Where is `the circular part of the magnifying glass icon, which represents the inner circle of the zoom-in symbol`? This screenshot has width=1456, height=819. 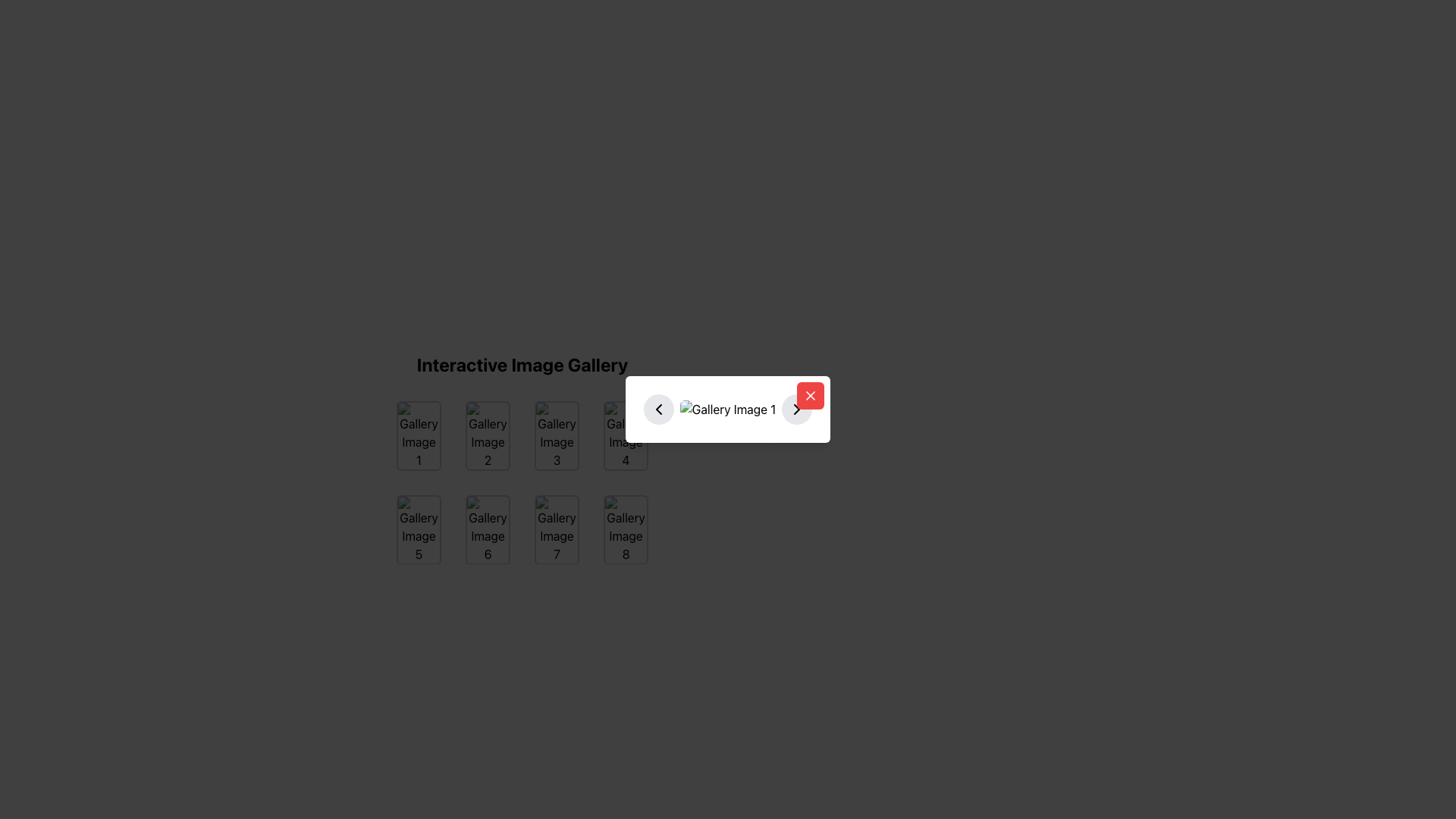 the circular part of the magnifying glass icon, which represents the inner circle of the zoom-in symbol is located at coordinates (625, 435).